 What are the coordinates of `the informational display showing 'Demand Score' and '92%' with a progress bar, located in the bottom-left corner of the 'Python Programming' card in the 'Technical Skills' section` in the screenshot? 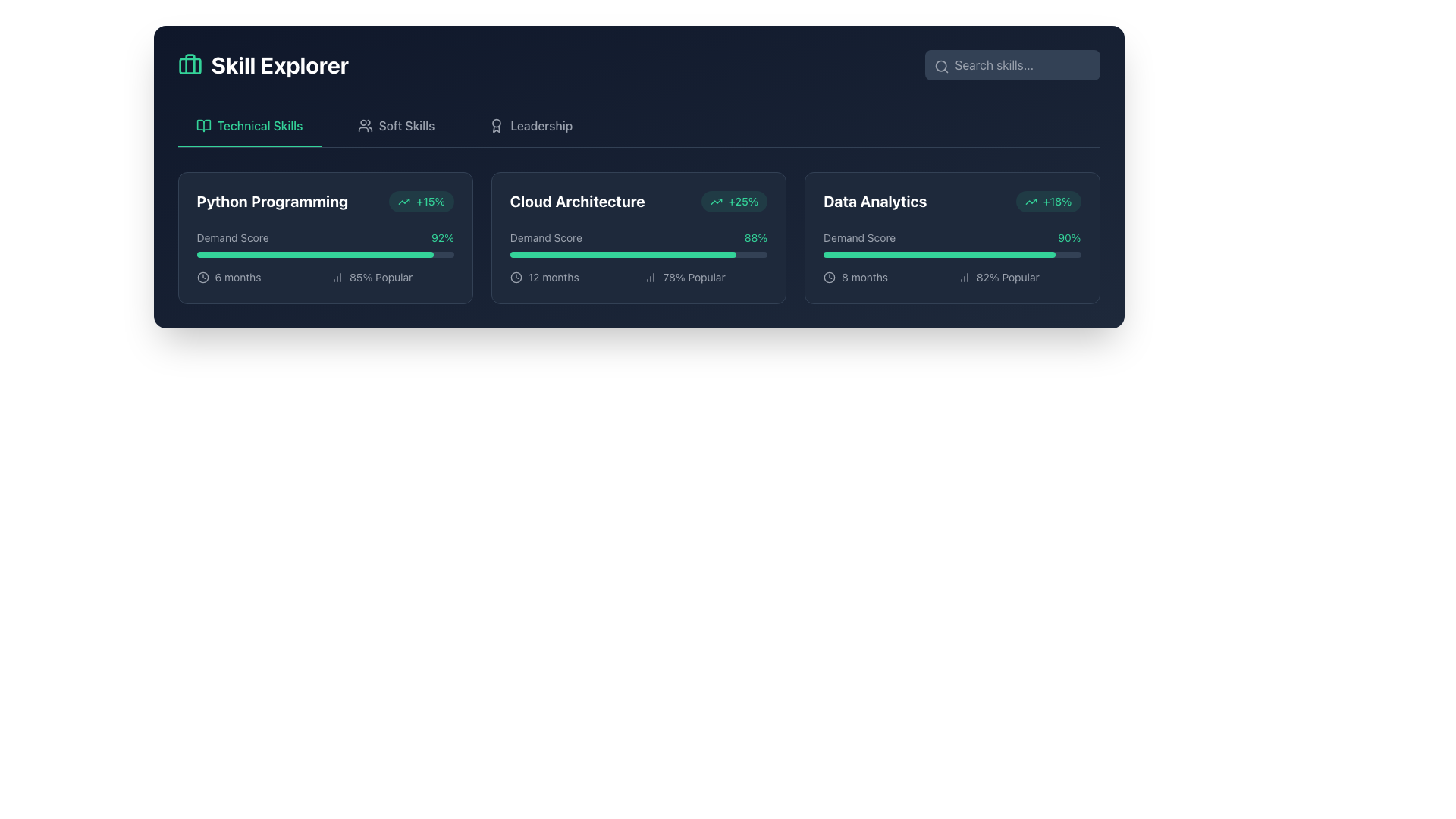 It's located at (325, 243).